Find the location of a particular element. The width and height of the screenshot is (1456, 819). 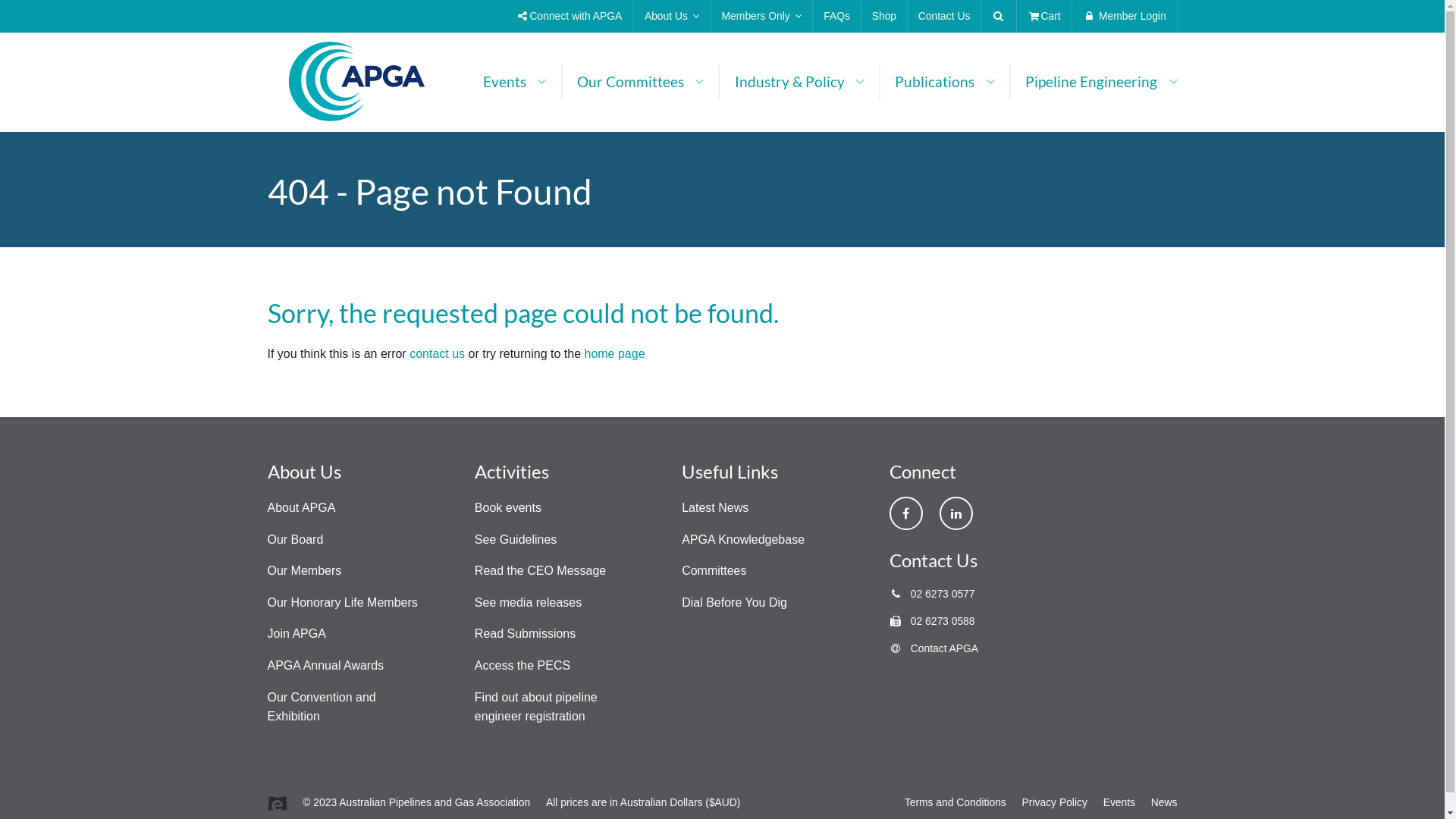

'home page' is located at coordinates (614, 353).